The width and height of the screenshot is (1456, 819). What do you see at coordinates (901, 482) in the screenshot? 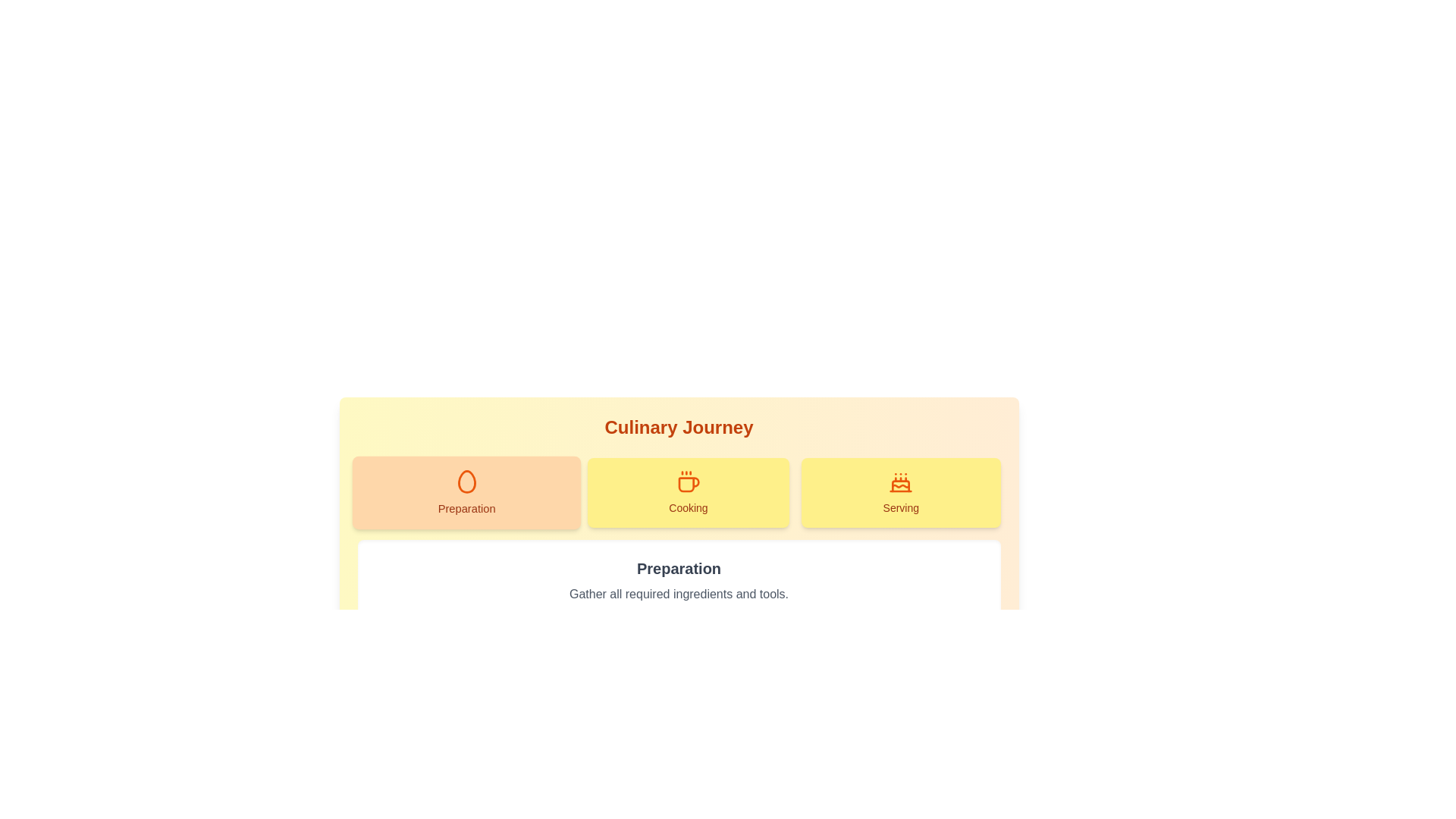
I see `the decorative cake icon, which is styled in orange and located on a yellow background, positioned as the leftmost graphical element inside the 'Serving' card` at bounding box center [901, 482].